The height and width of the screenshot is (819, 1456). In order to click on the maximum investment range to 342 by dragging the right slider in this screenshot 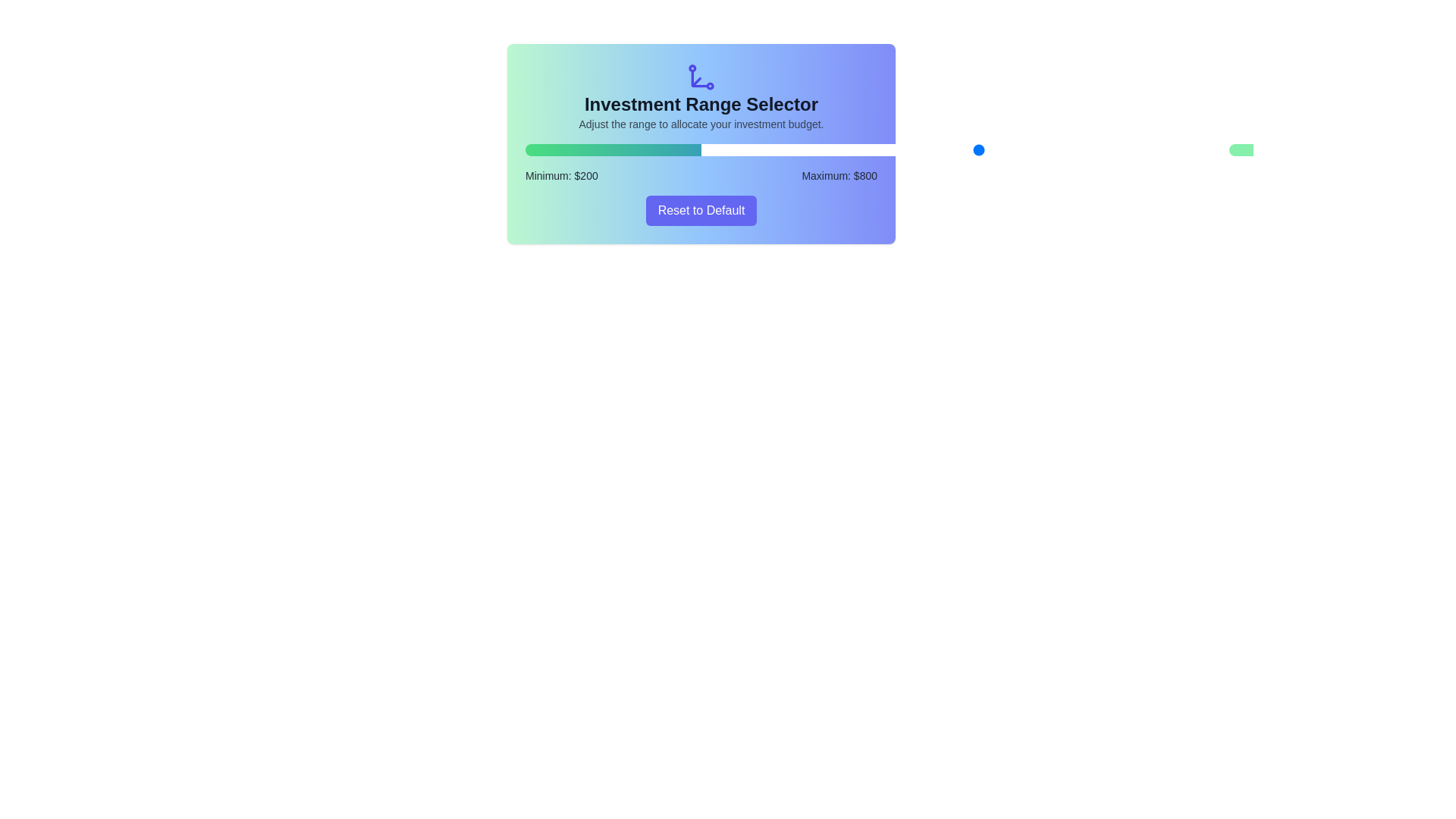, I will do `click(784, 149)`.